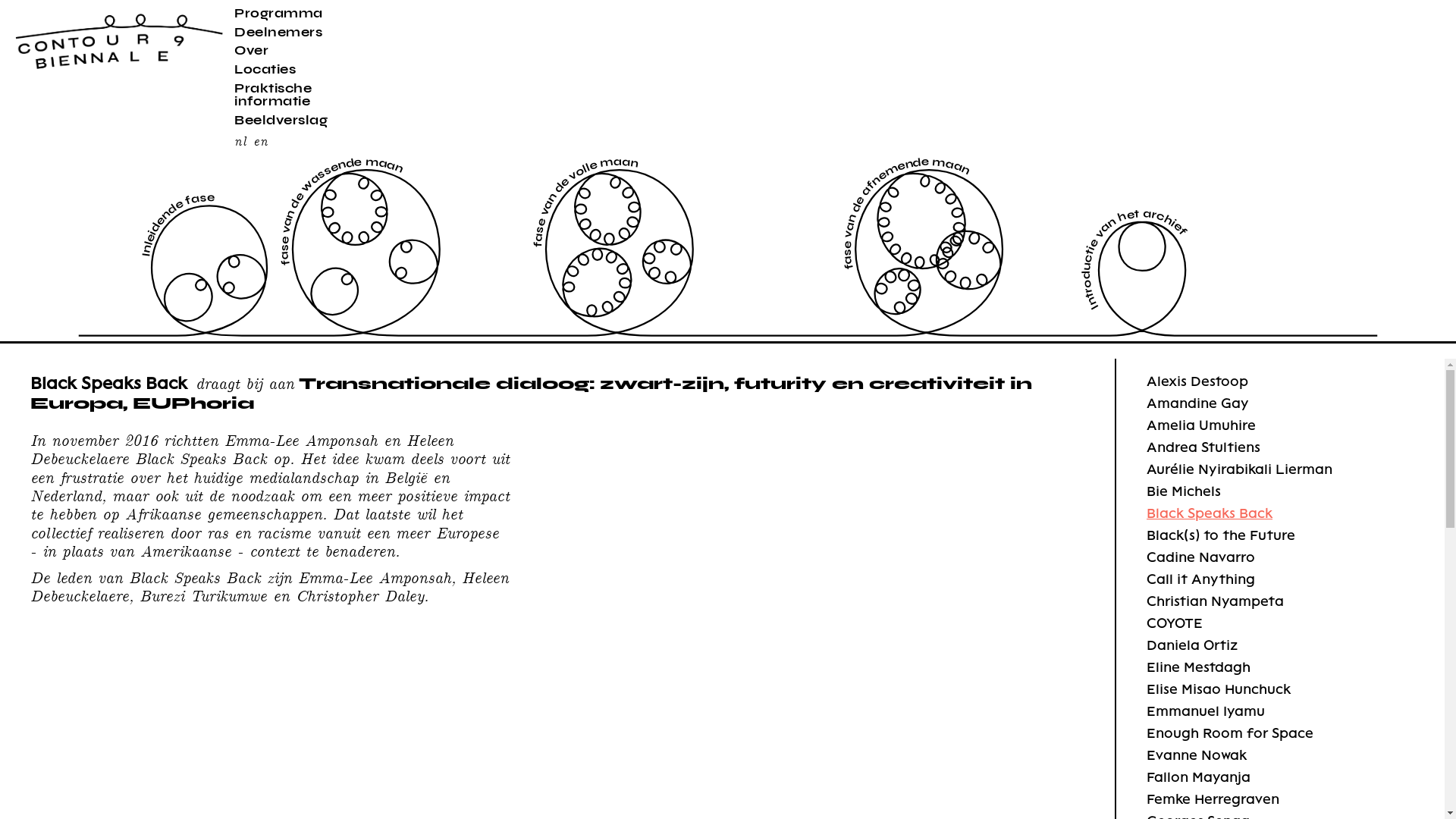  What do you see at coordinates (273, 94) in the screenshot?
I see `'Praktische informatie'` at bounding box center [273, 94].